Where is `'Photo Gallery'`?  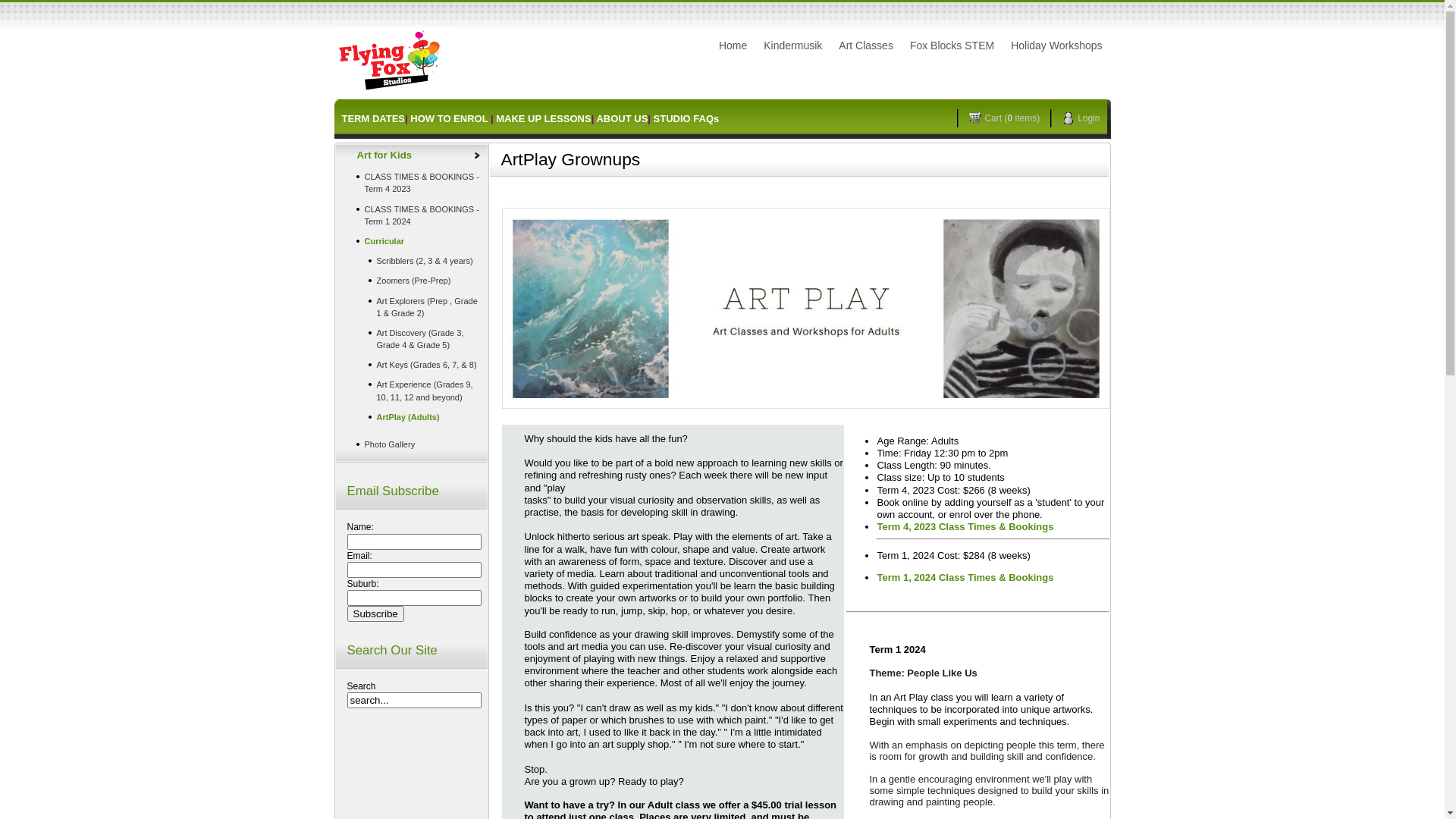 'Photo Gallery' is located at coordinates (411, 444).